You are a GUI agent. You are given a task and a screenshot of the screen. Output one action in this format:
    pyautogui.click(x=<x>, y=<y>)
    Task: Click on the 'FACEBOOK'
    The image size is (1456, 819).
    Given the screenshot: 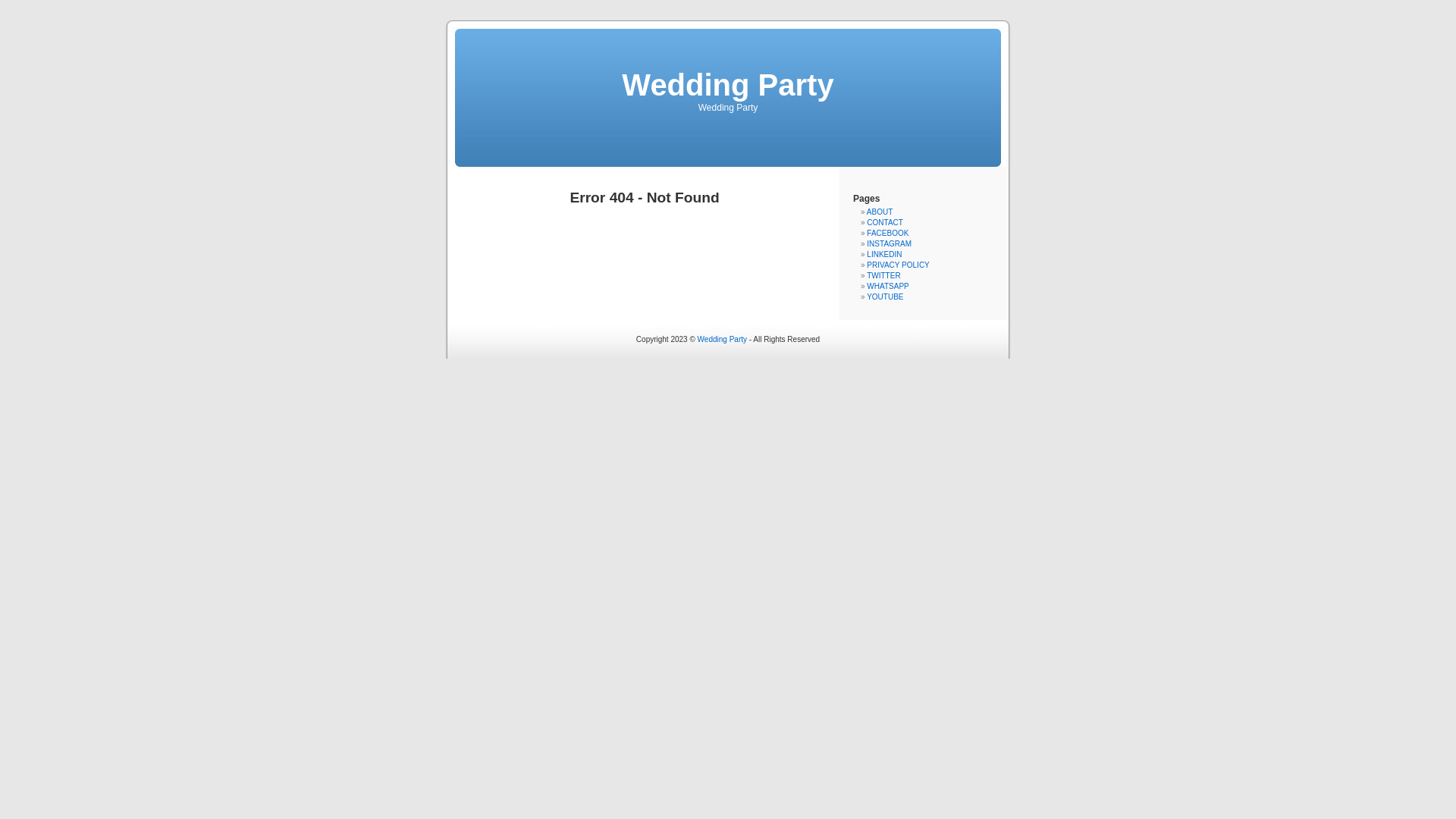 What is the action you would take?
    pyautogui.click(x=887, y=233)
    